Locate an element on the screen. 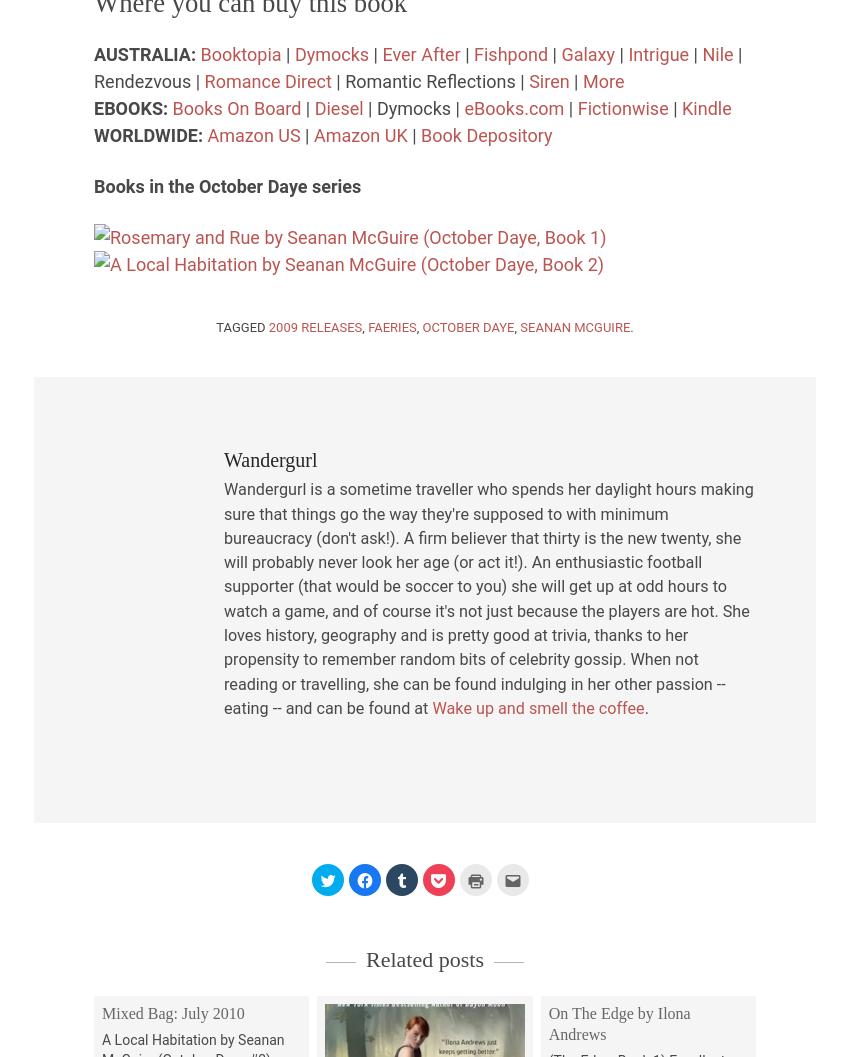 The height and width of the screenshot is (1057, 850). 'More' is located at coordinates (581, 79).